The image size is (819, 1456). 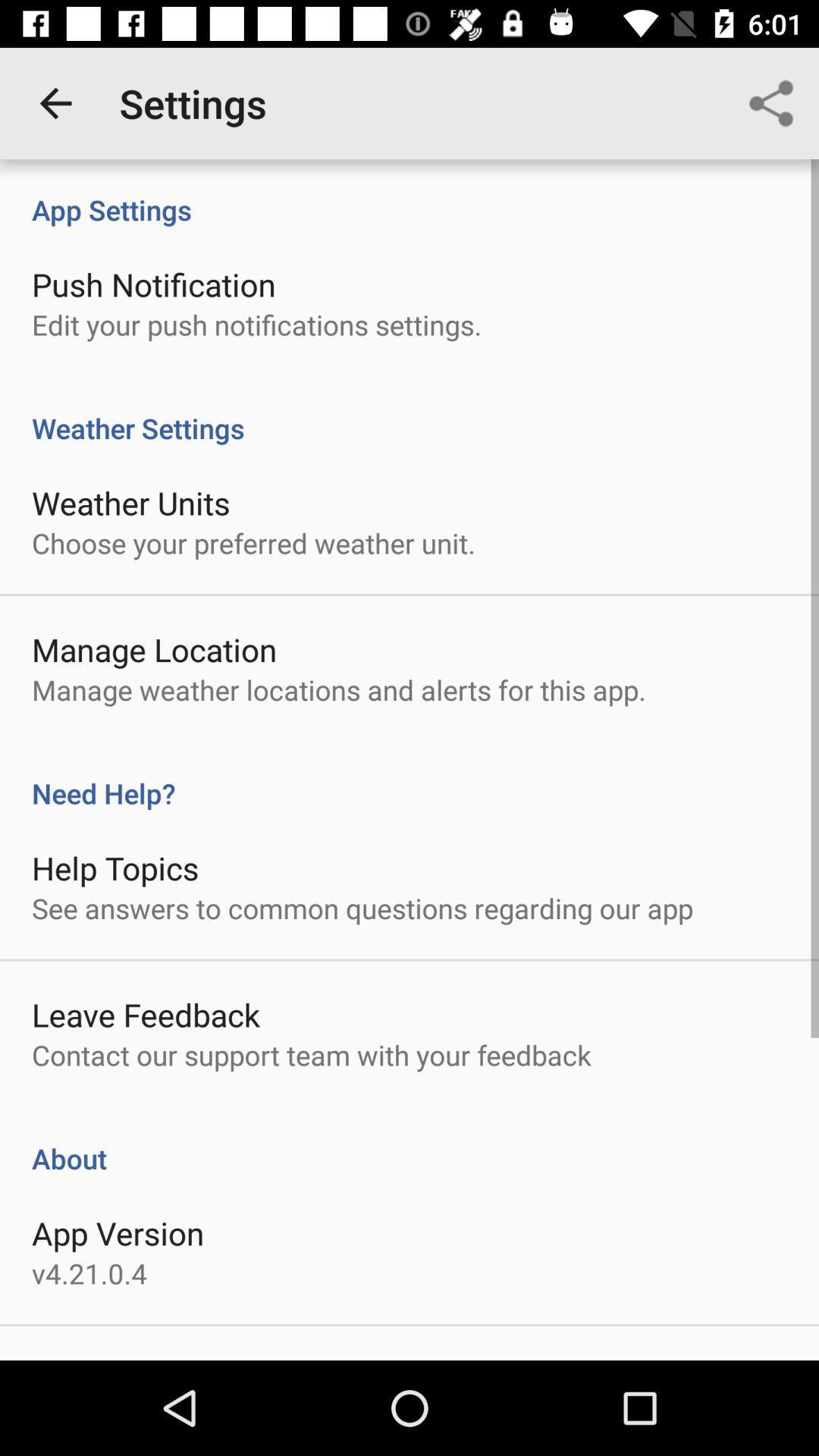 What do you see at coordinates (55, 102) in the screenshot?
I see `icon next to the settings` at bounding box center [55, 102].